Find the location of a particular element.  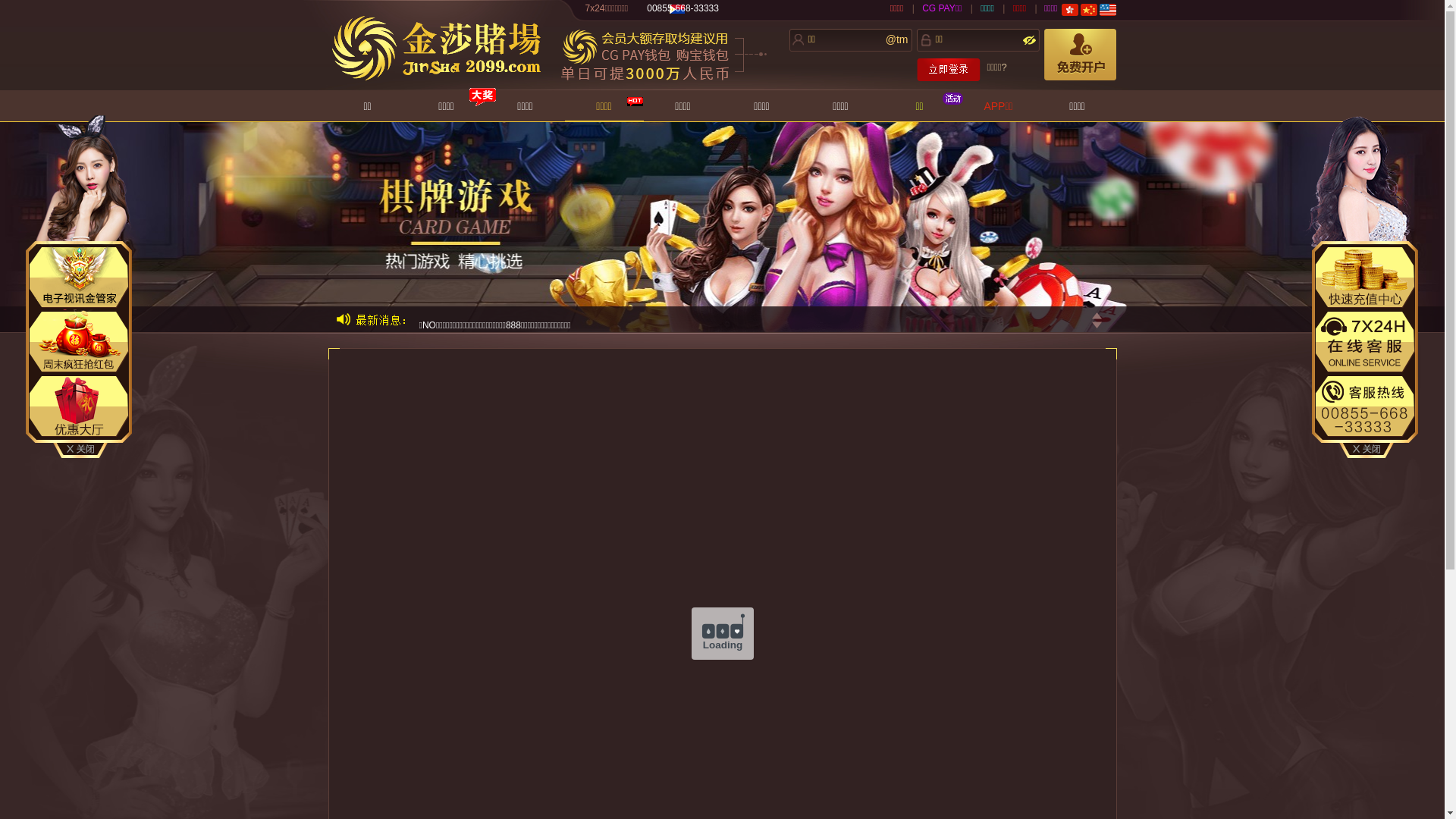

'English' is located at coordinates (1107, 9).